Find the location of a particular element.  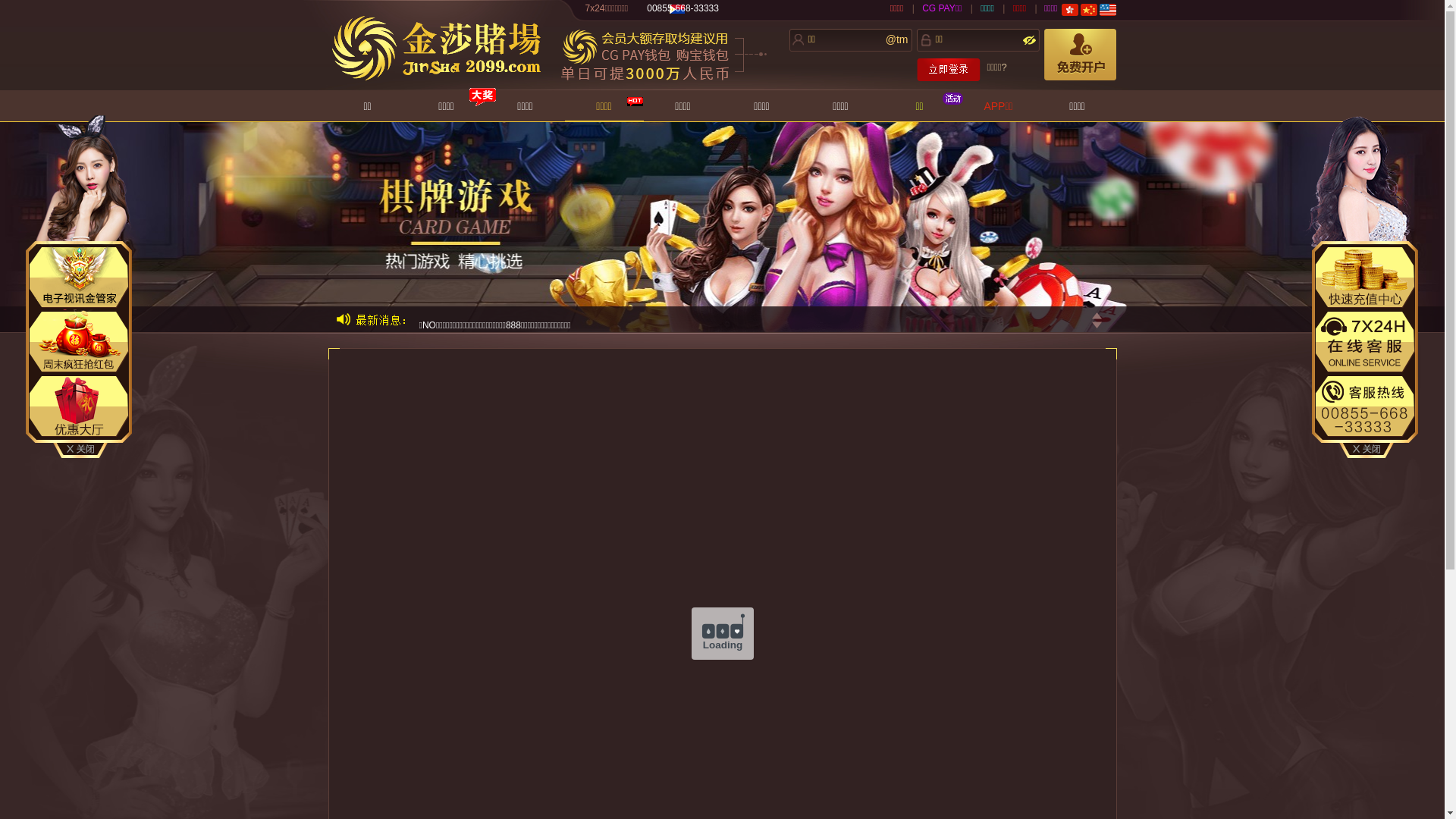

'English' is located at coordinates (1107, 9).